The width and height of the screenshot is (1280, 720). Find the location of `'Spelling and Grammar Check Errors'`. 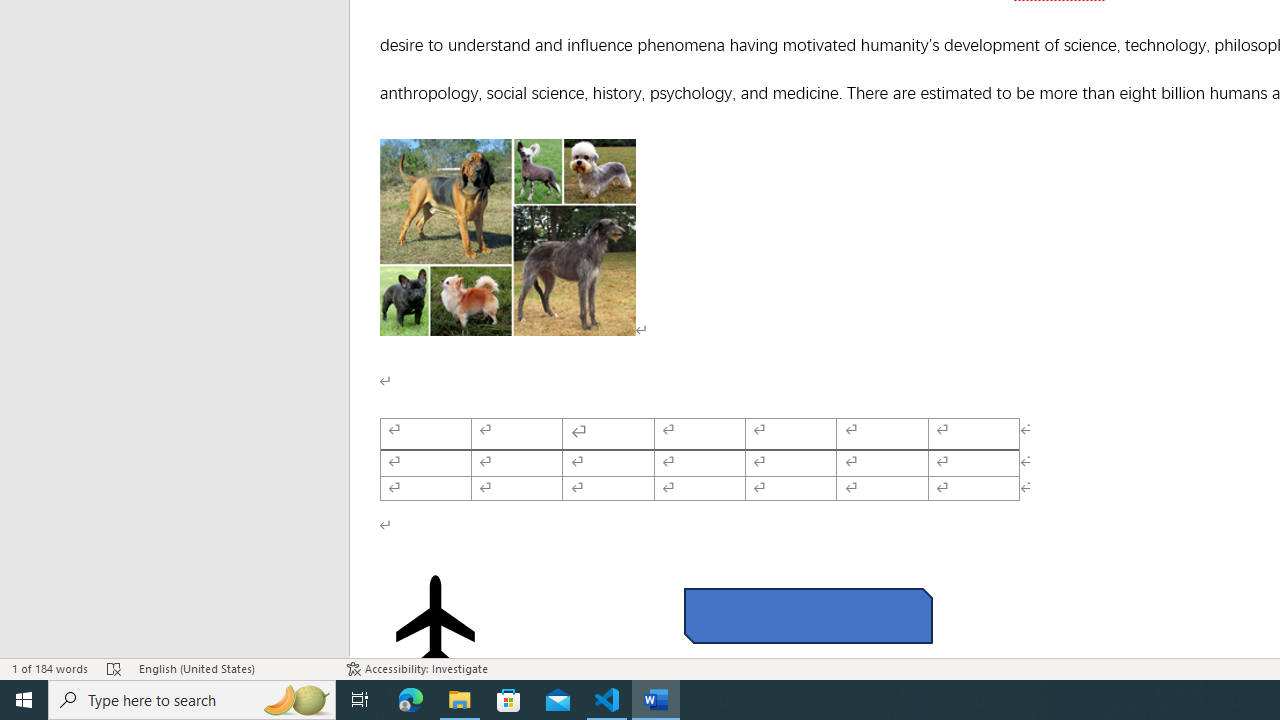

'Spelling and Grammar Check Errors' is located at coordinates (113, 669).